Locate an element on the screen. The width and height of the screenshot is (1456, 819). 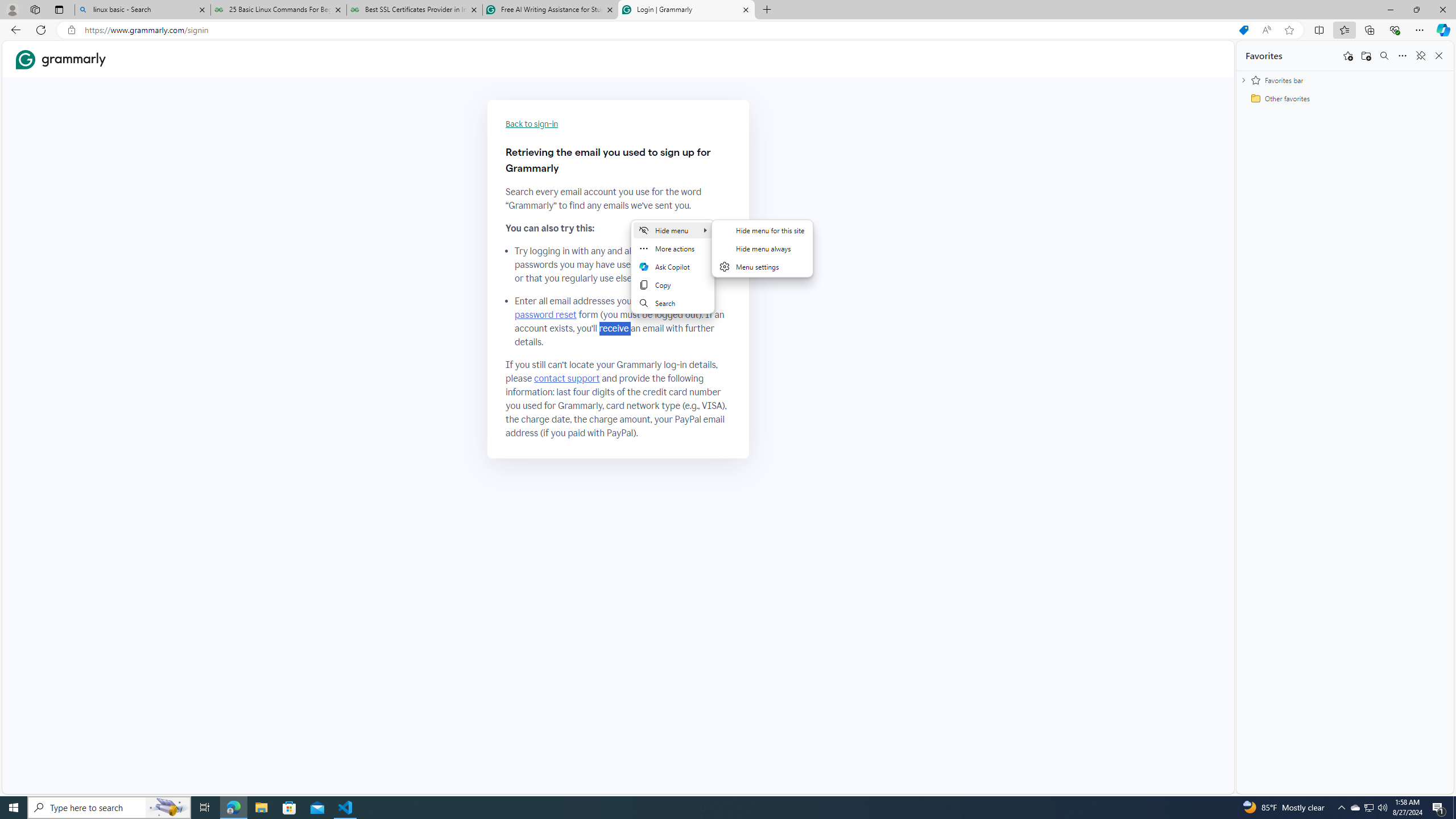
'Unpin favorites' is located at coordinates (1420, 55).